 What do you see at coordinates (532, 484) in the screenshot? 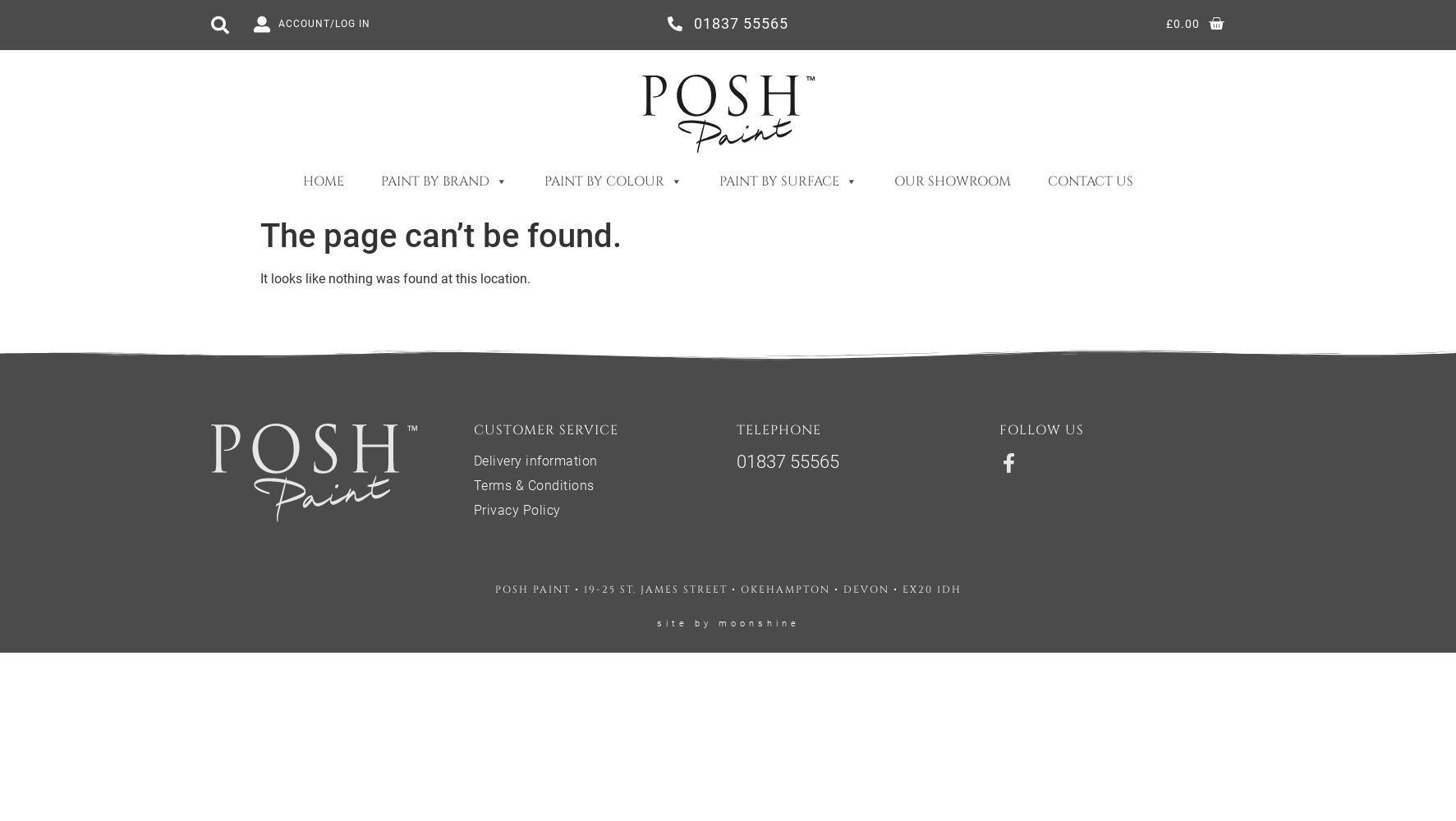
I see `'Terms & Conditions'` at bounding box center [532, 484].